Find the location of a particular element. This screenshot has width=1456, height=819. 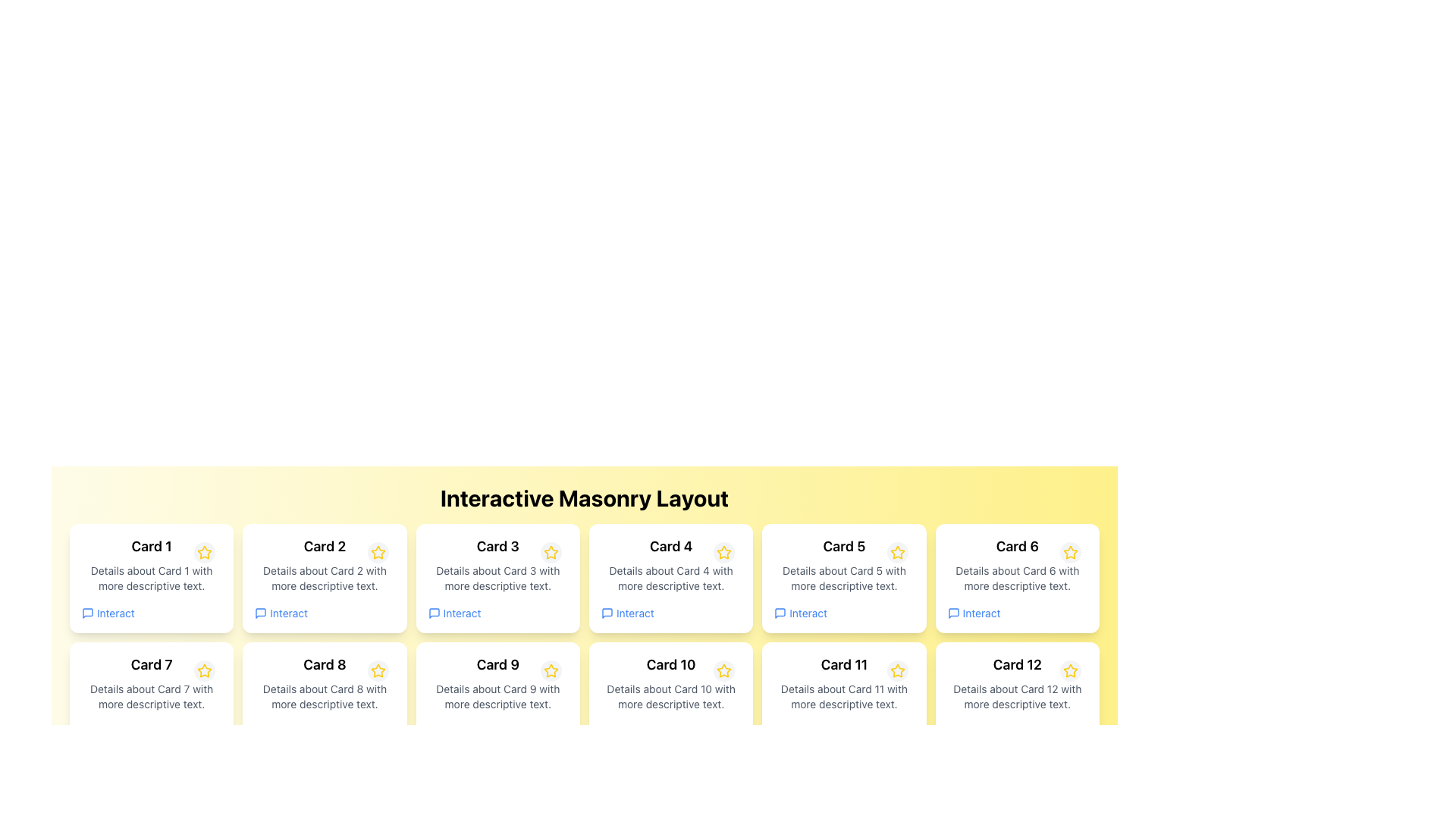

the card labeled 'Card 10' which features a white background, rounded rectangular design, bold text at the top, descriptive text below, and an interactive link labeled 'Interact' at the bottom is located at coordinates (670, 696).